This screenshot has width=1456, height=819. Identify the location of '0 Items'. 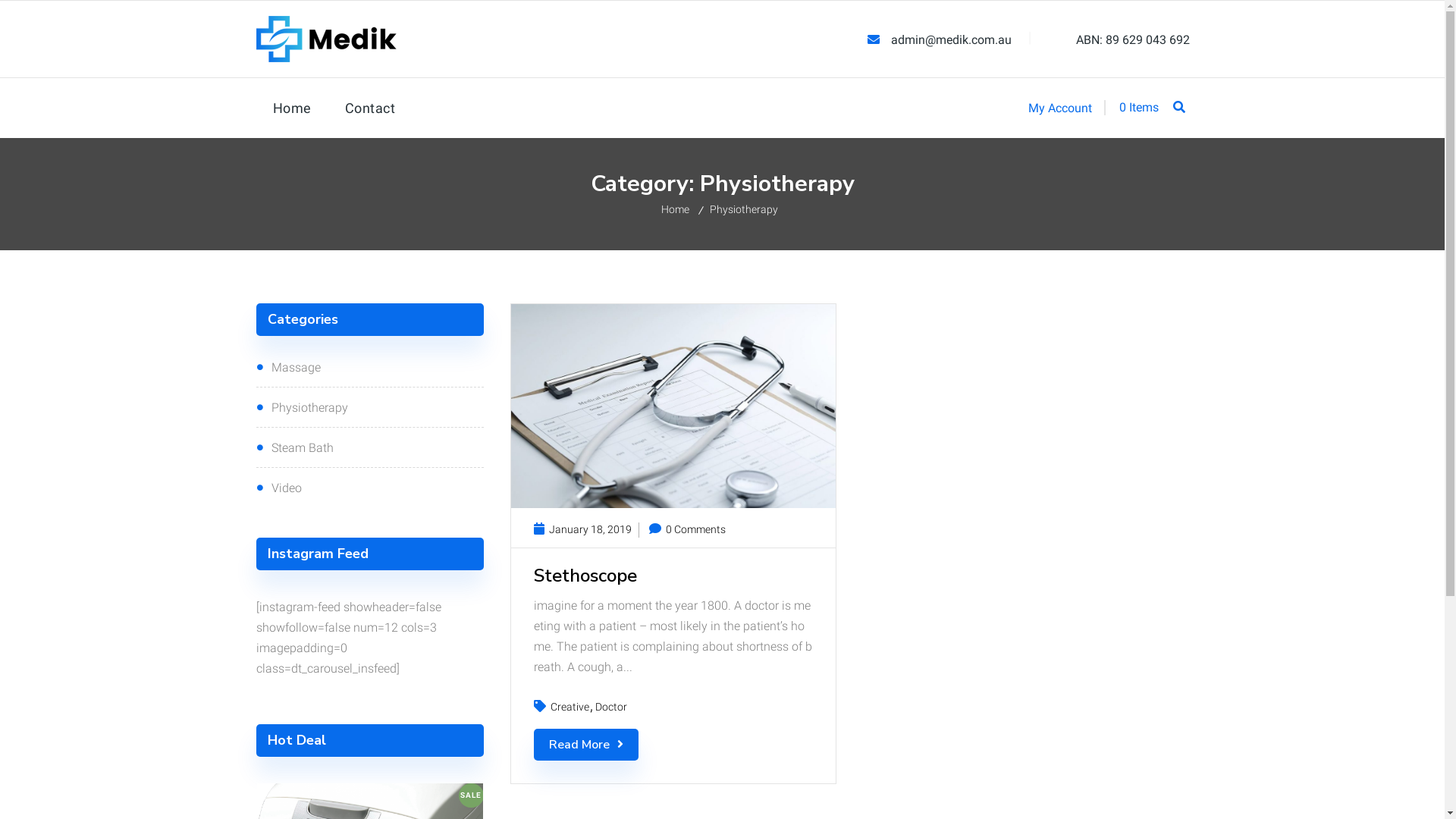
(1131, 106).